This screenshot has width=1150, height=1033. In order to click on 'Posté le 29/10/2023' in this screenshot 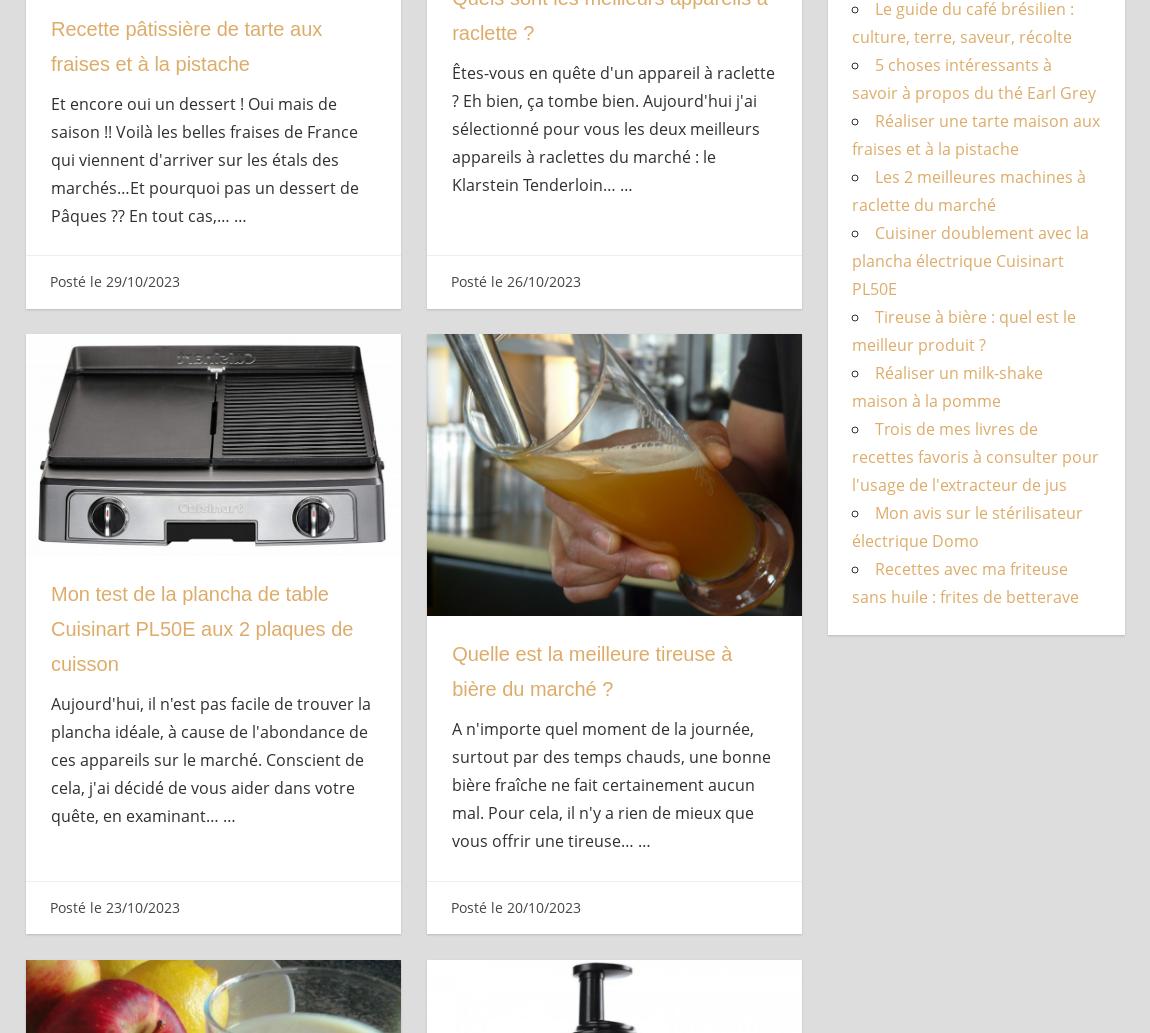, I will do `click(47, 280)`.